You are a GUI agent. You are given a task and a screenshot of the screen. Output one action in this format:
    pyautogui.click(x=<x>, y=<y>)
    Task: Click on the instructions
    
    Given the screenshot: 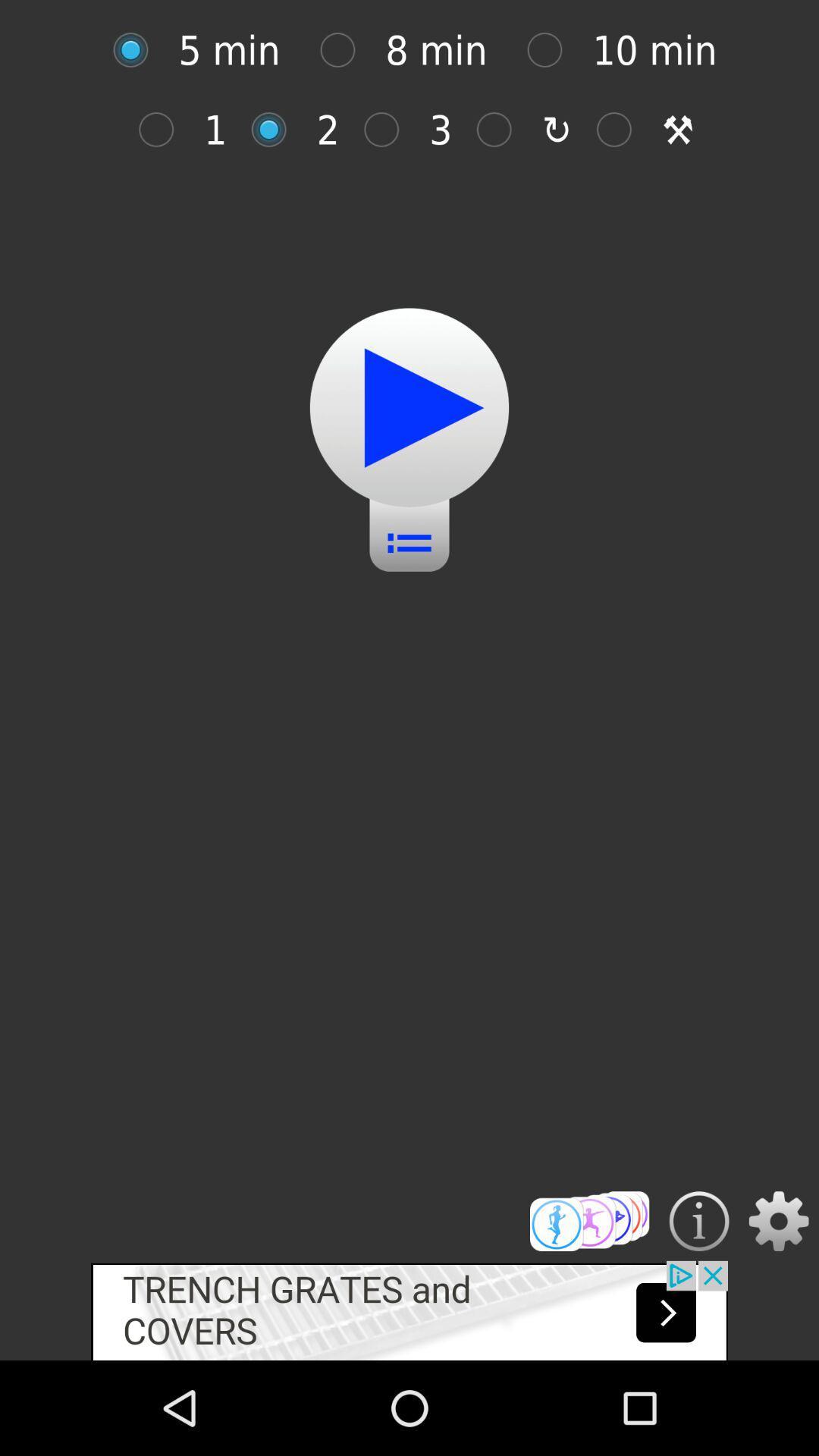 What is the action you would take?
    pyautogui.click(x=699, y=1221)
    